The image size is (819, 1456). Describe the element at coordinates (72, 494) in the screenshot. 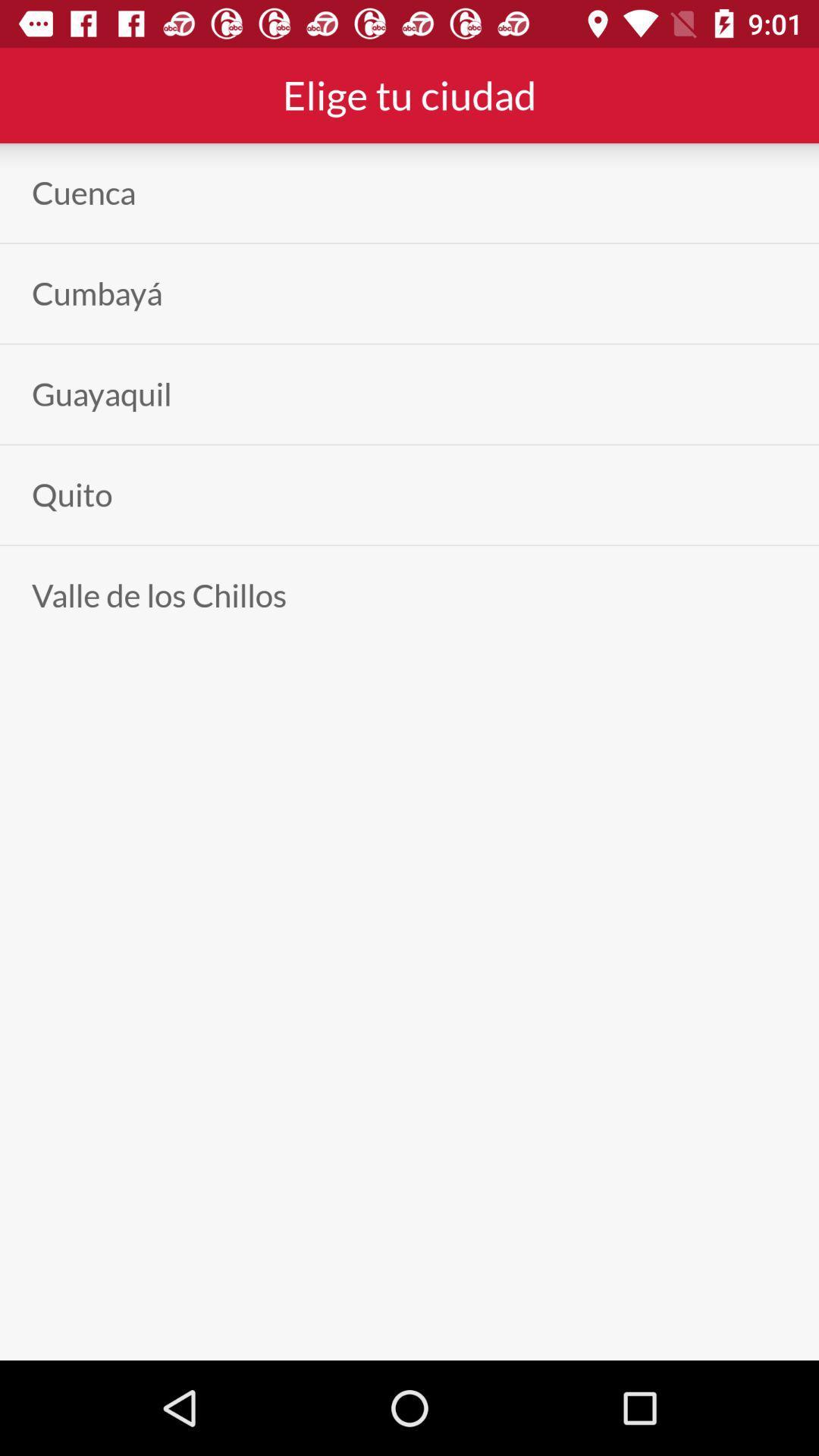

I see `the item below the guayaquil icon` at that location.